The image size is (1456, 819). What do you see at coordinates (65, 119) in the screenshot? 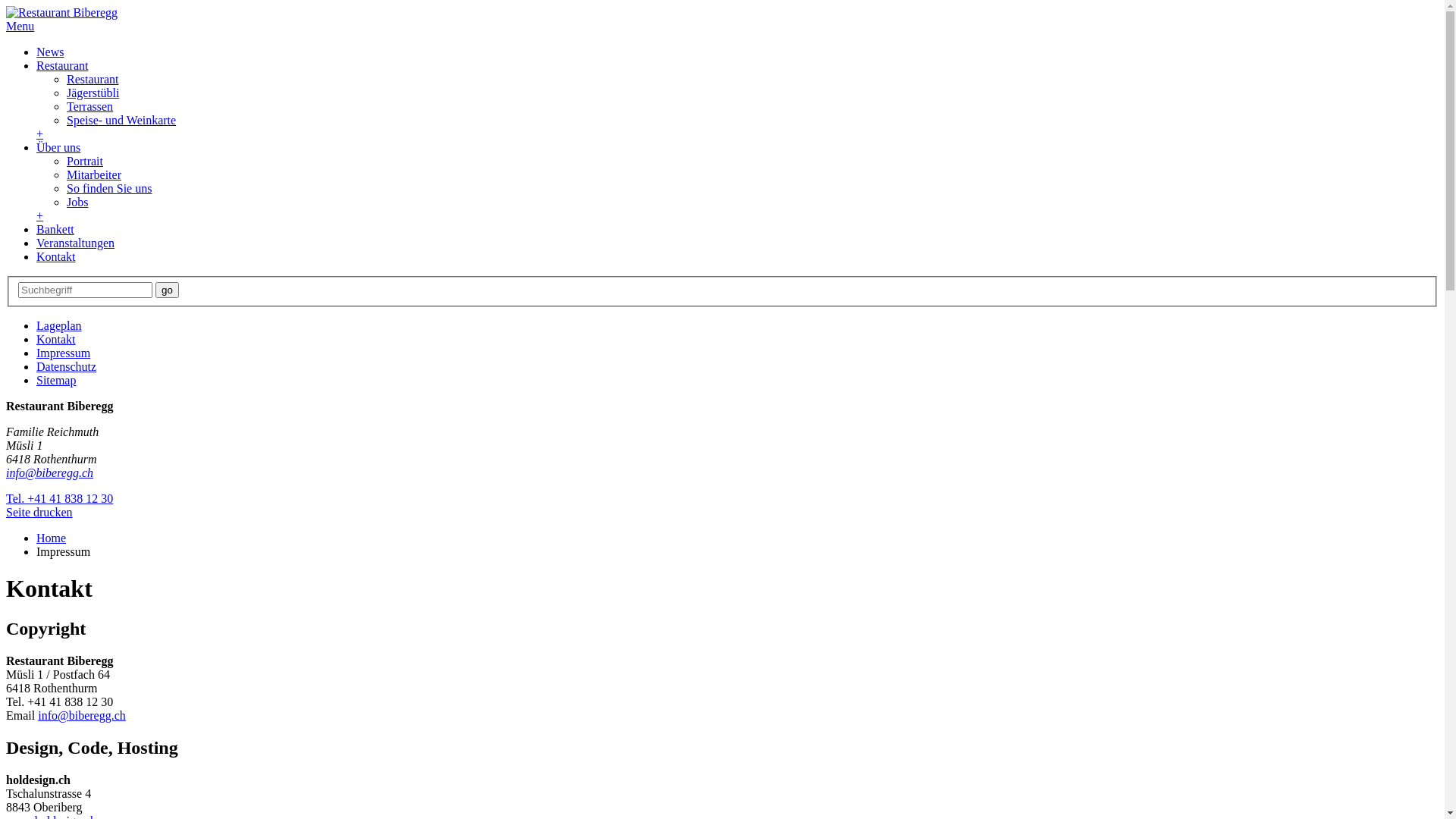
I see `'Speise- und Weinkarte'` at bounding box center [65, 119].